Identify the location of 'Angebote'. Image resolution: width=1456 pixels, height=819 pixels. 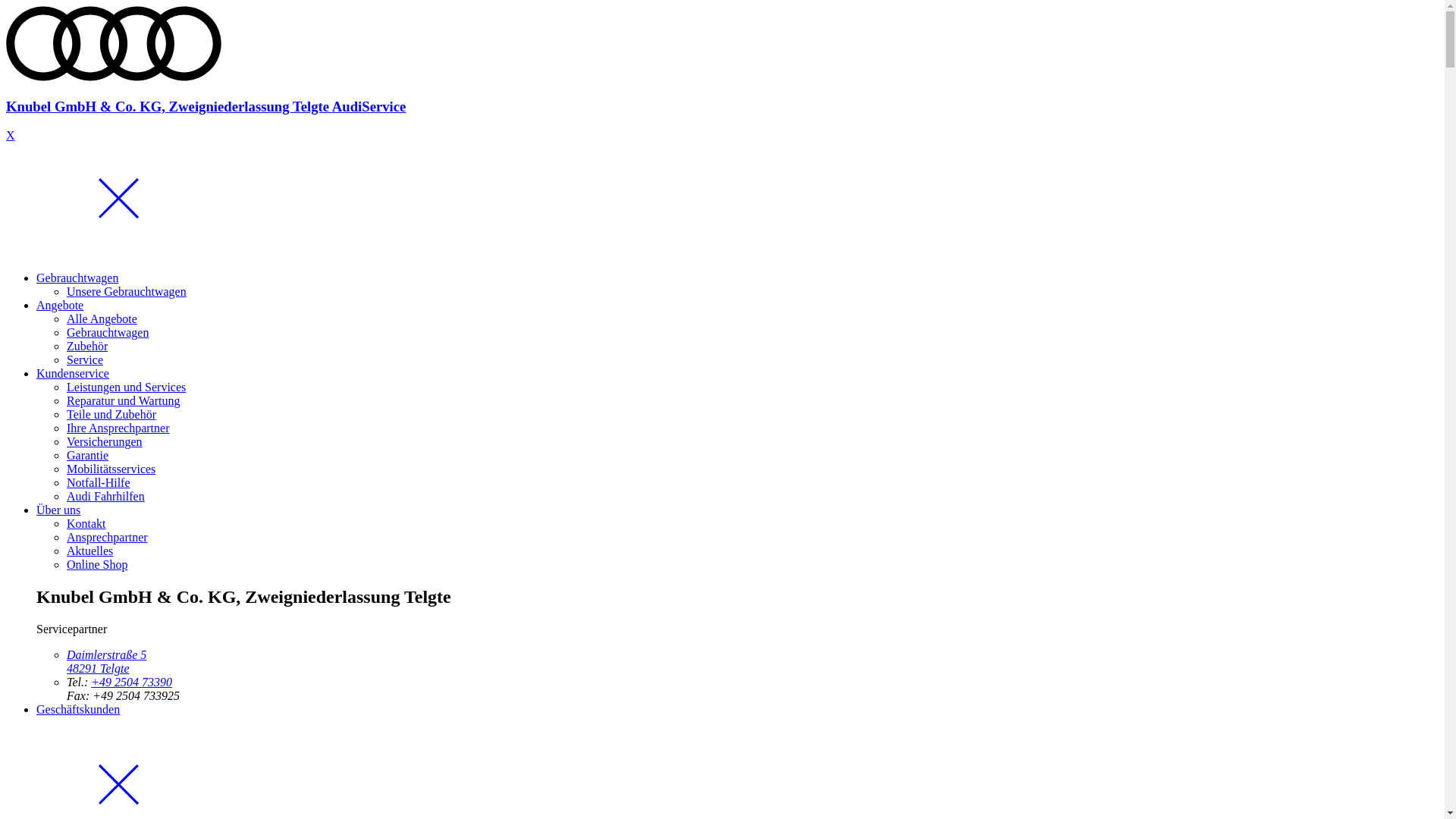
(59, 305).